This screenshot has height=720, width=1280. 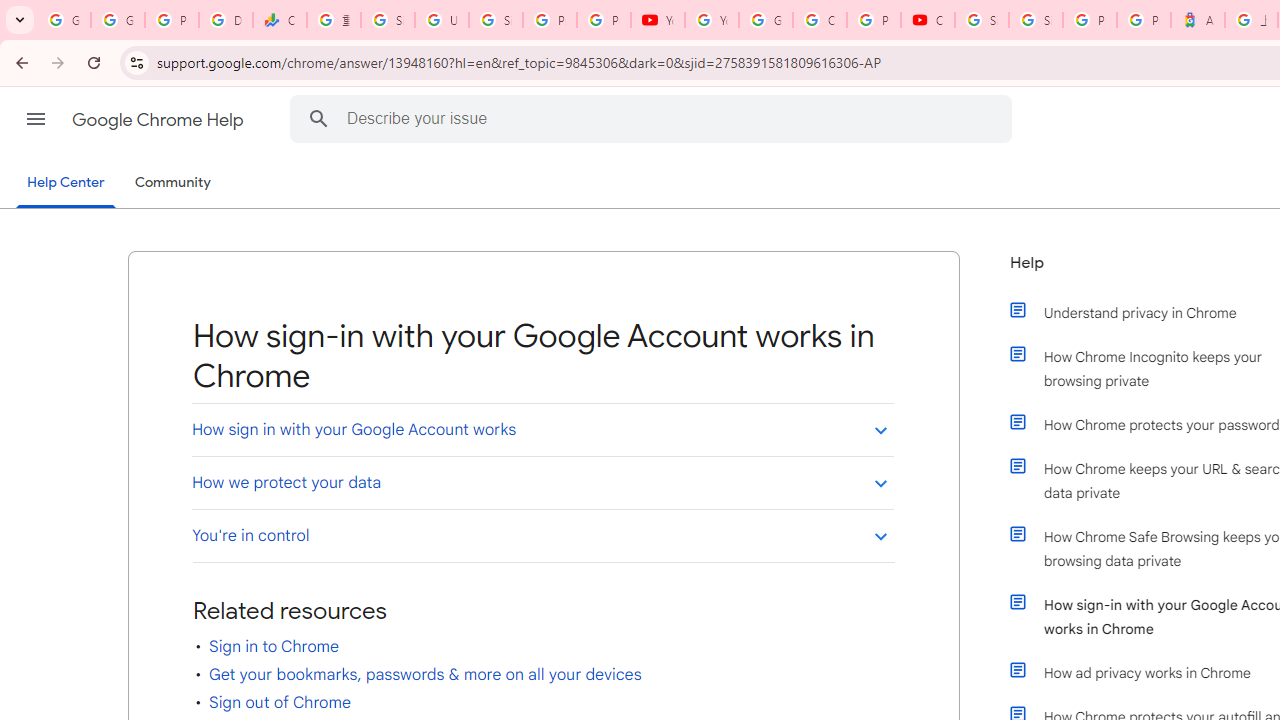 What do you see at coordinates (927, 20) in the screenshot?
I see `'Content Creator Programs & Opportunities - YouTube Creators'` at bounding box center [927, 20].